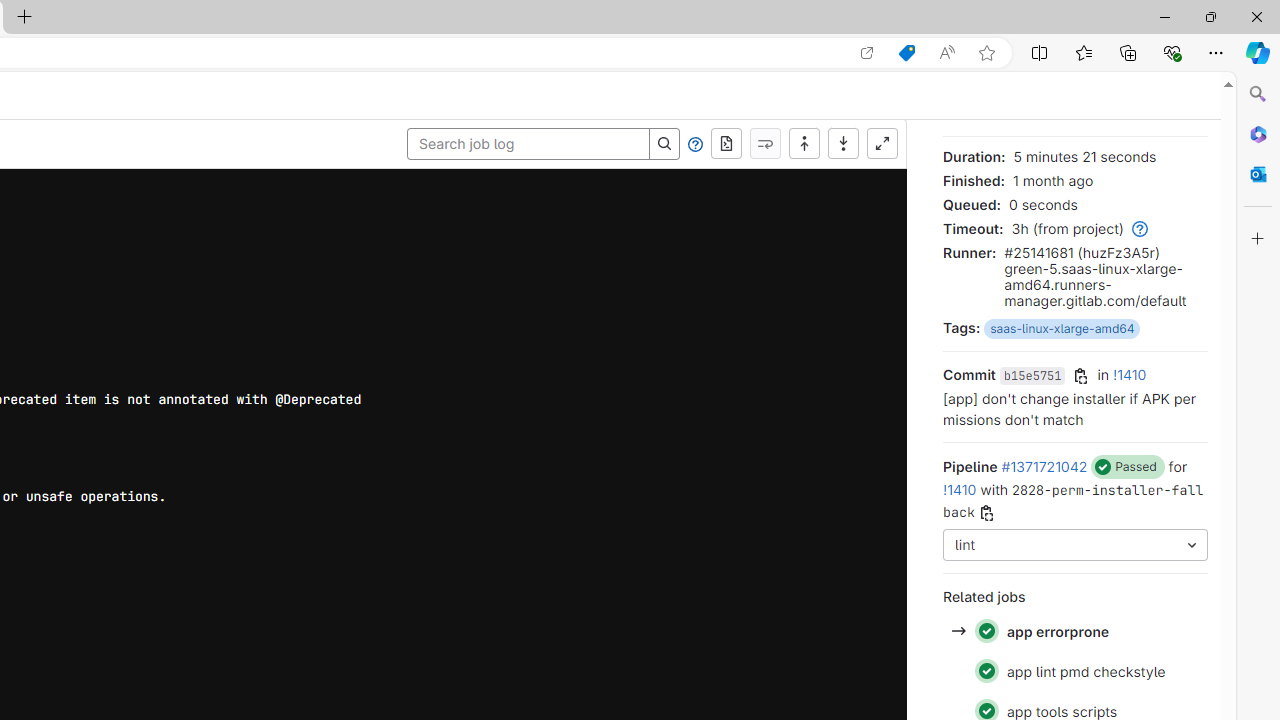 The image size is (1280, 720). I want to click on 'Scroll to next failure', so click(764, 143).